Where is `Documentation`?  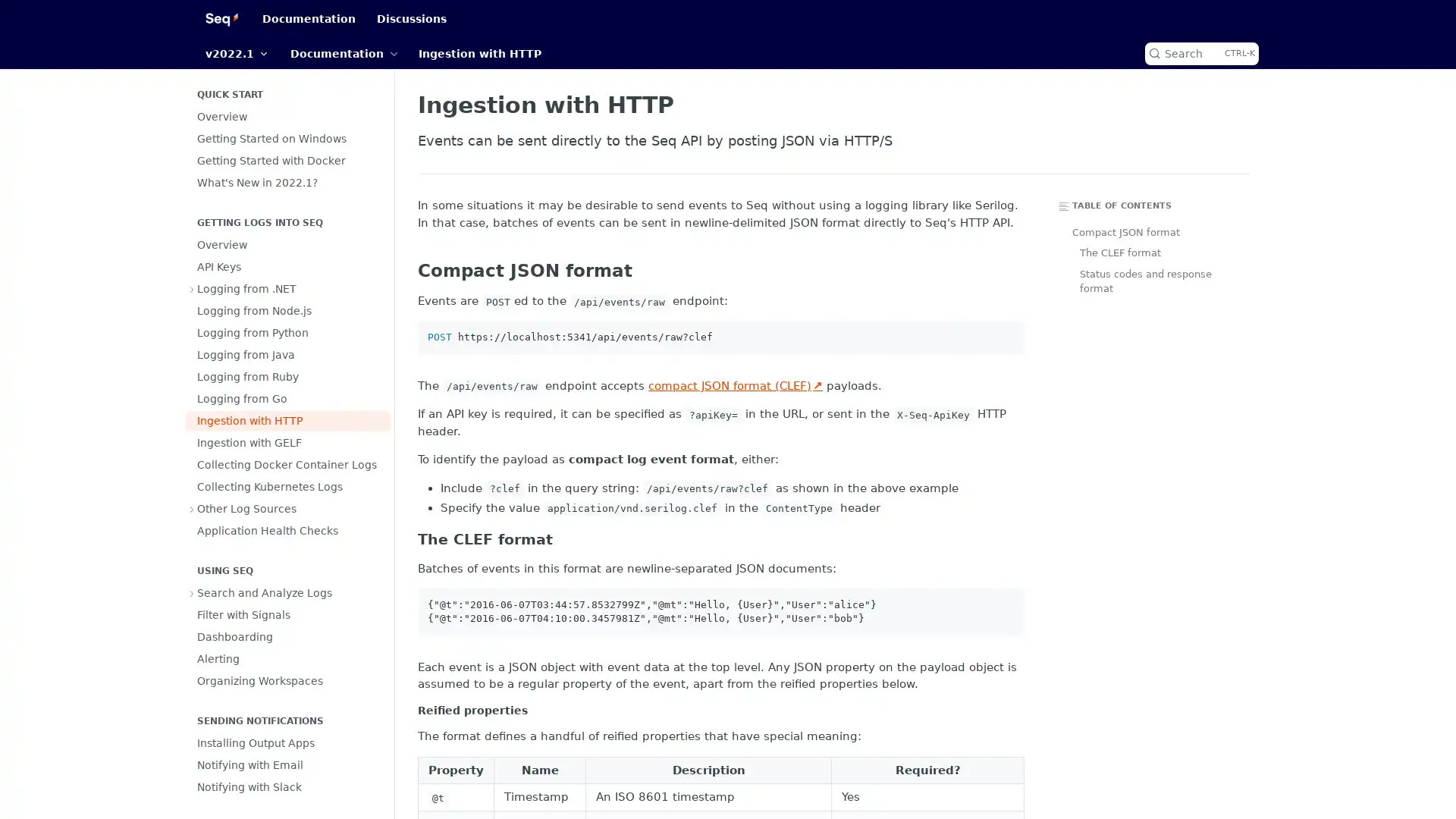 Documentation is located at coordinates (343, 52).